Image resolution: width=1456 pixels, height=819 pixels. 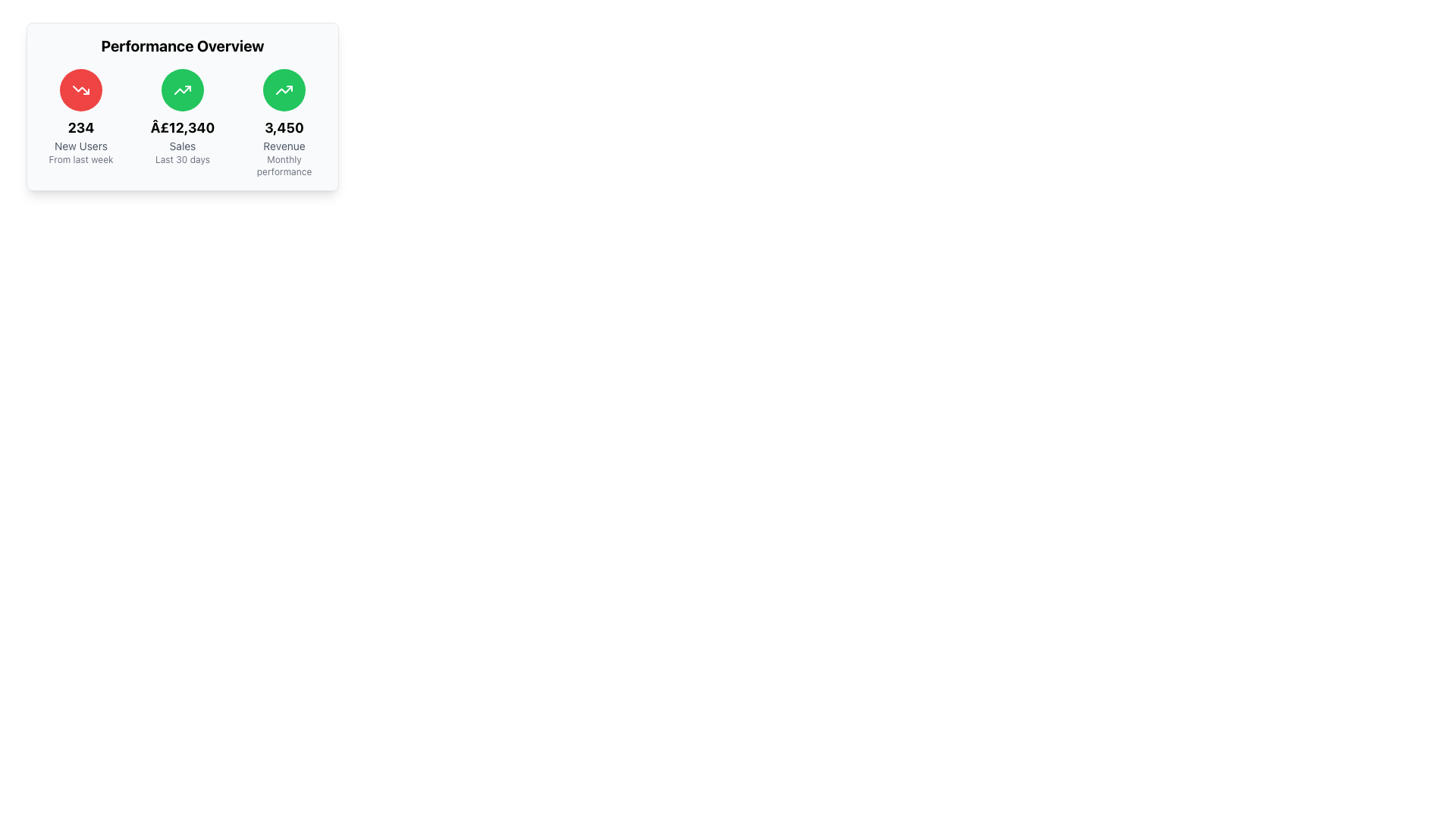 What do you see at coordinates (182, 45) in the screenshot?
I see `the header element that indicates the purpose or summary of the content in the card component, located at the top of the card above the performance metrics` at bounding box center [182, 45].